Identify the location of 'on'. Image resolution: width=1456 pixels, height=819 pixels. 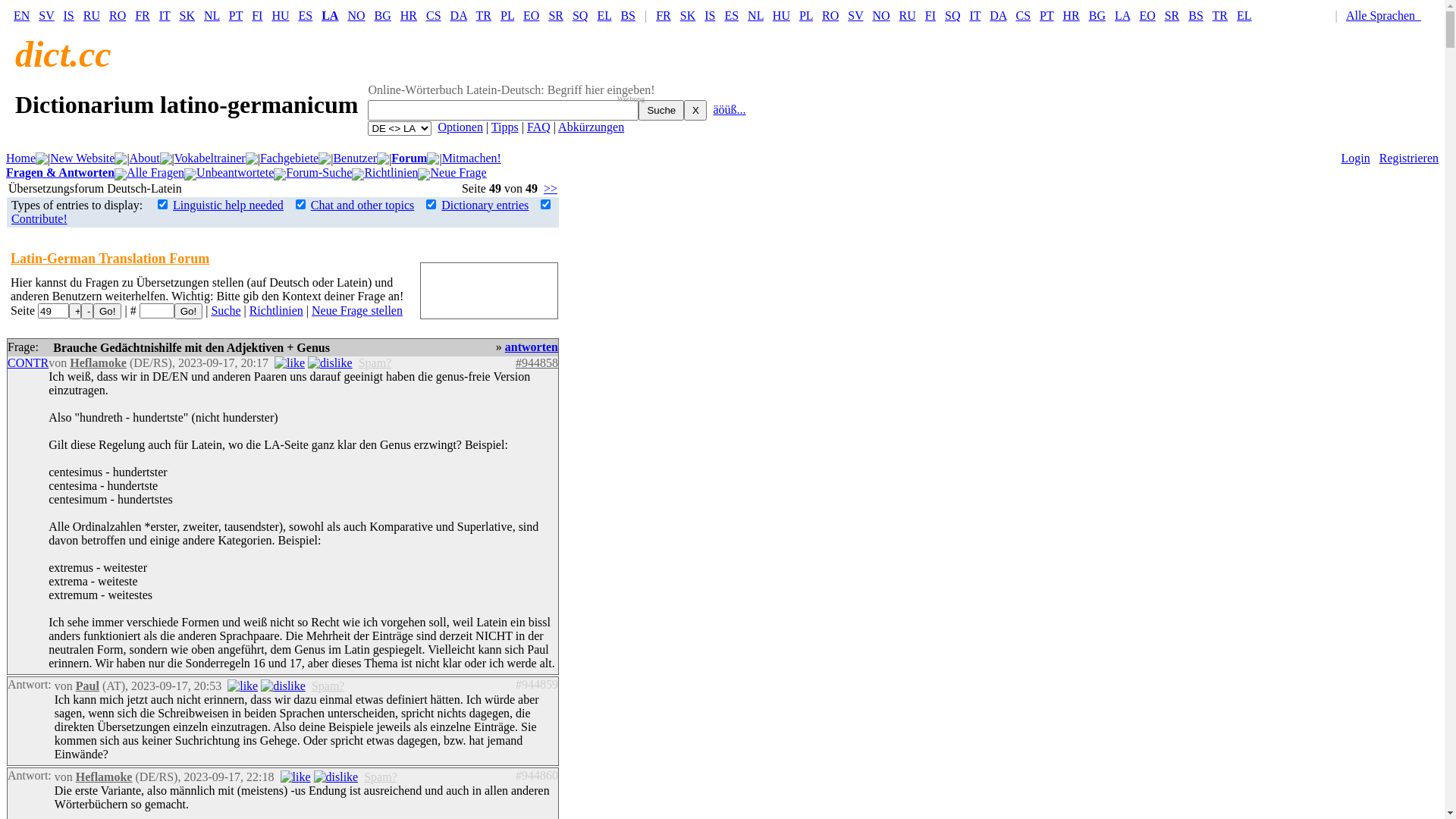
(300, 203).